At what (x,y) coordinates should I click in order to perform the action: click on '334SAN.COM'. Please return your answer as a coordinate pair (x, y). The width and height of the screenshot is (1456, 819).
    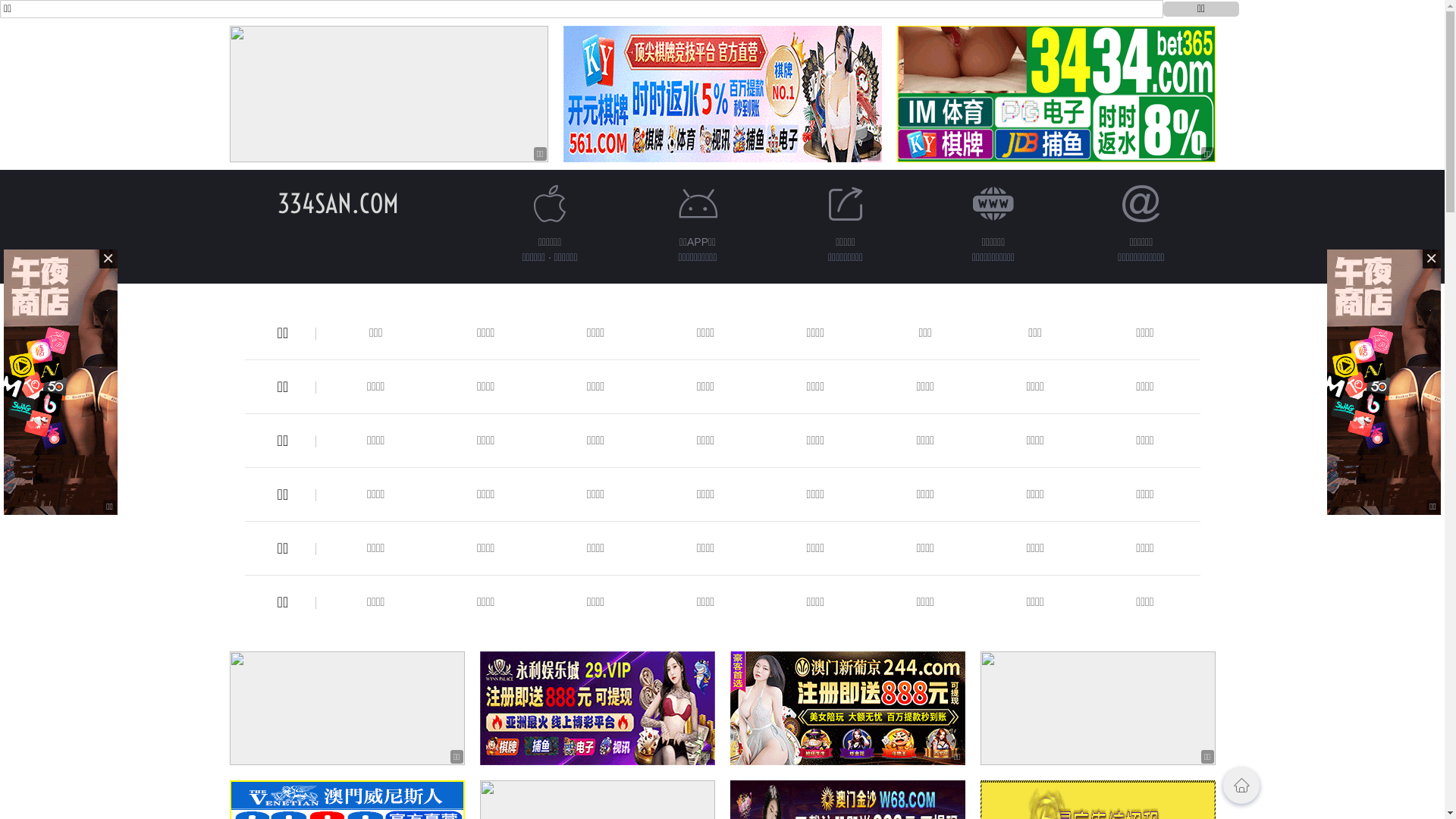
    Looking at the image, I should click on (277, 202).